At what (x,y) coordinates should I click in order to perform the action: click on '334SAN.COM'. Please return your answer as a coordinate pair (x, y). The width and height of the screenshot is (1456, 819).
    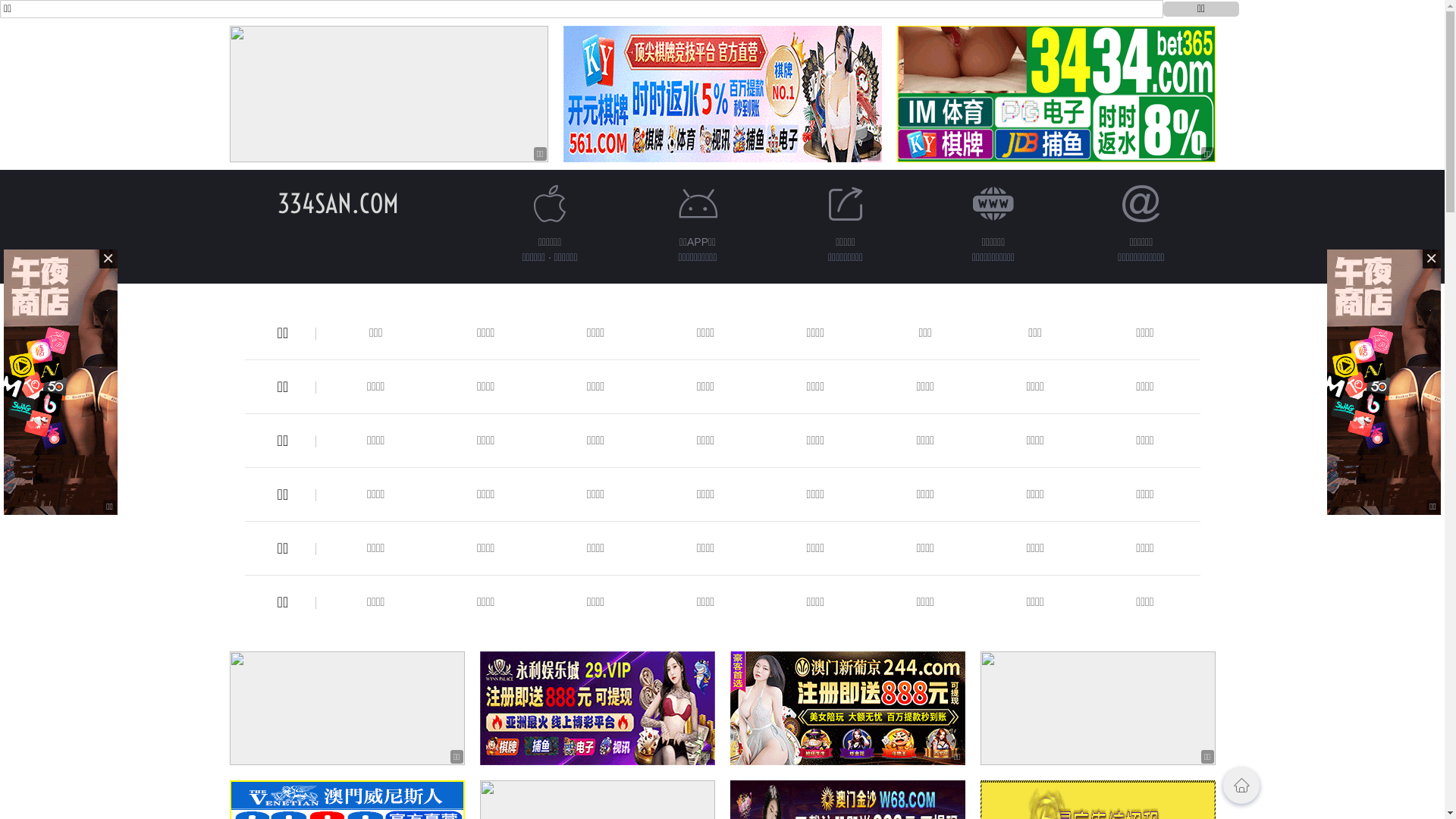
    Looking at the image, I should click on (277, 202).